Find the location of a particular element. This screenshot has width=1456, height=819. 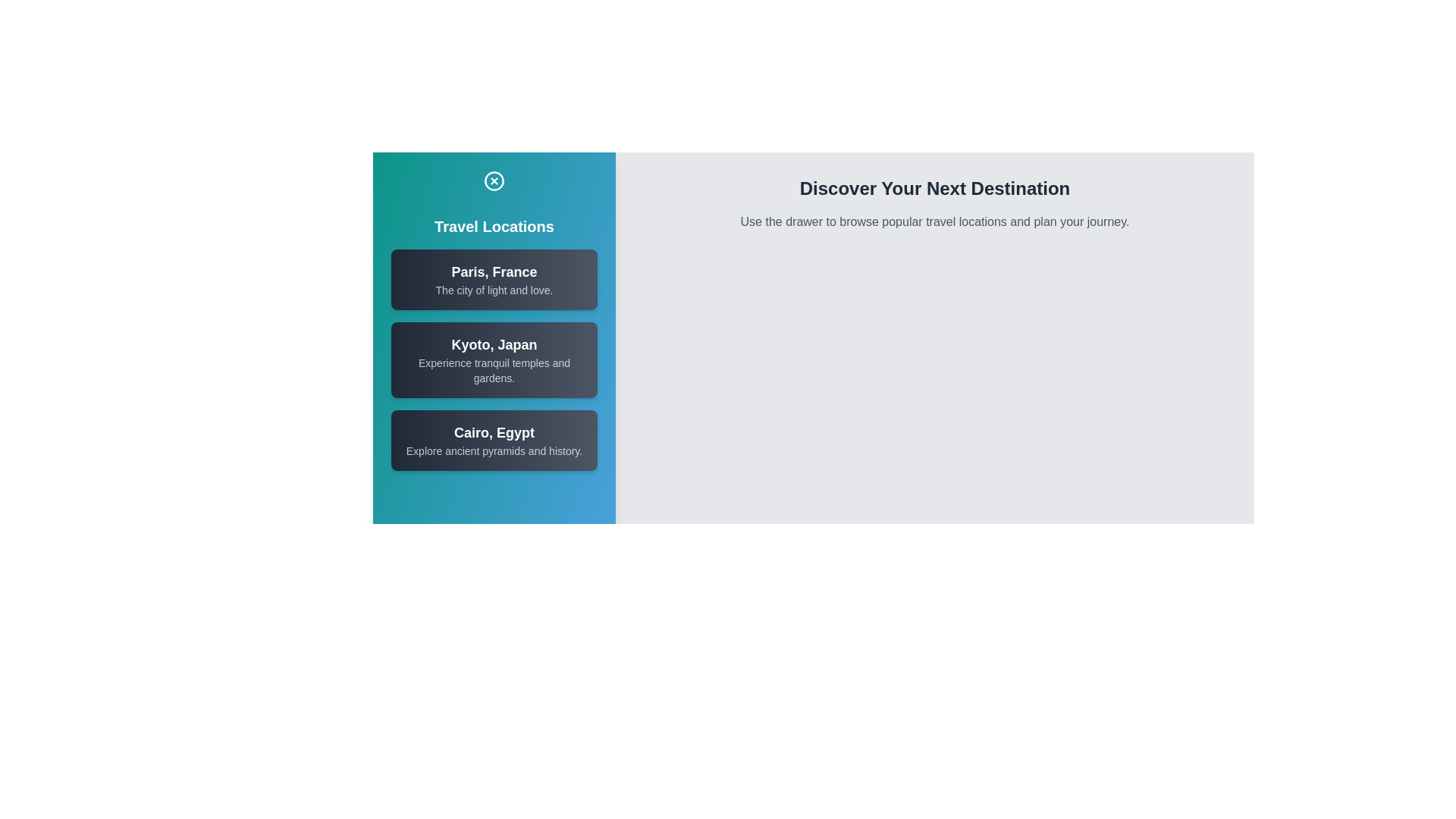

the location item corresponding to Paris, France is located at coordinates (494, 280).